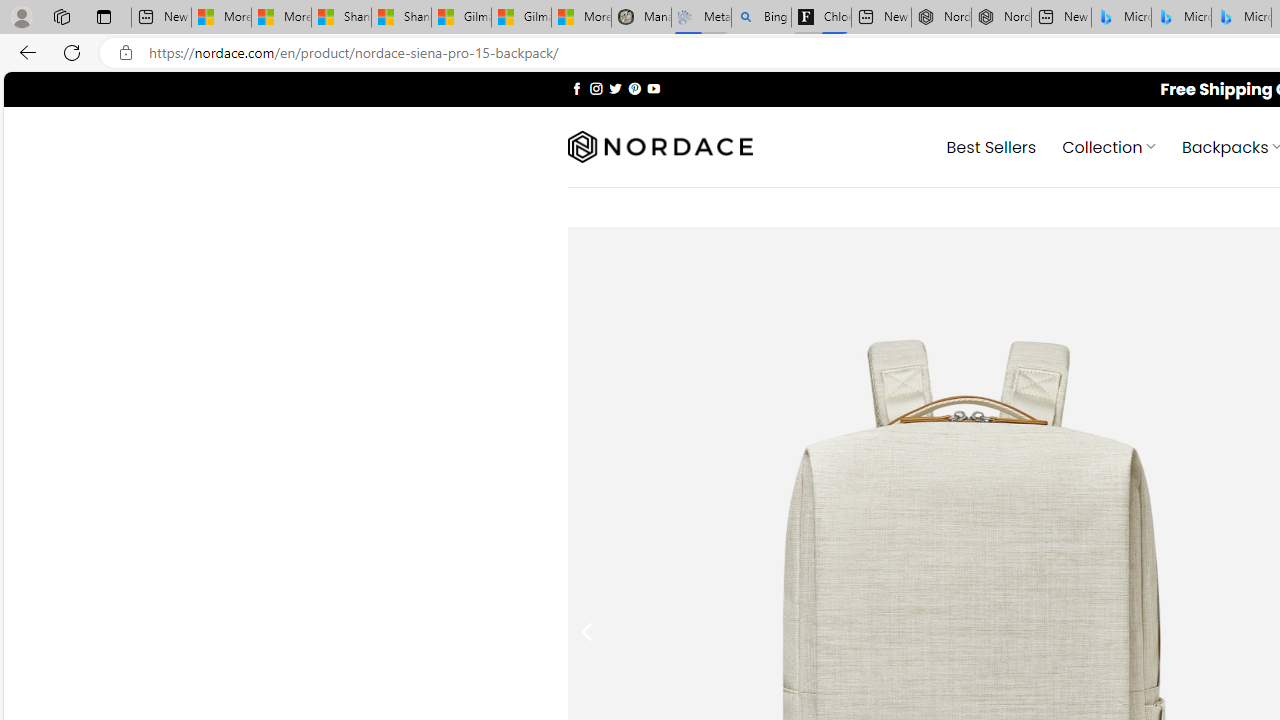  What do you see at coordinates (821, 17) in the screenshot?
I see `'Chloe Sorvino'` at bounding box center [821, 17].